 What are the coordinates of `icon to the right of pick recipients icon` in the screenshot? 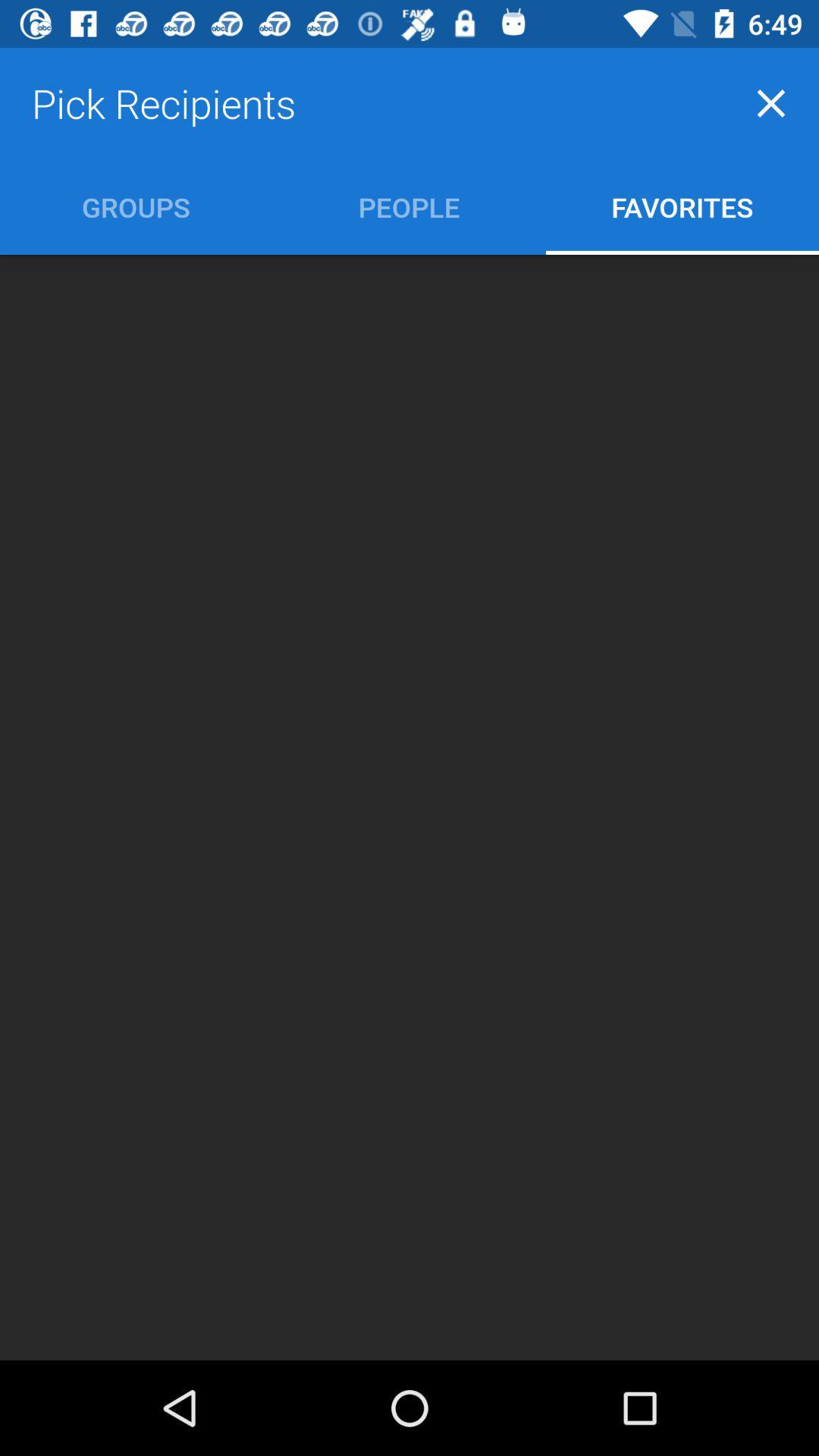 It's located at (771, 102).